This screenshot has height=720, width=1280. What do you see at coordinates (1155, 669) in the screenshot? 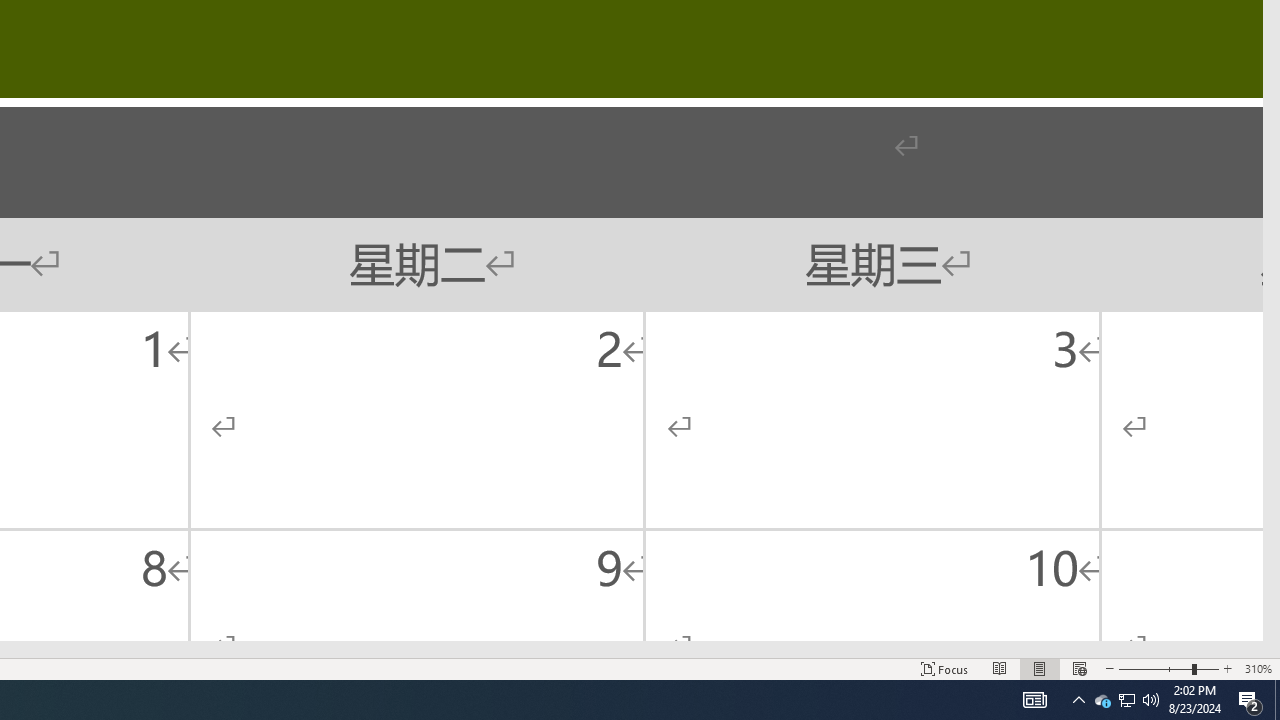
I see `'Zoom Out'` at bounding box center [1155, 669].